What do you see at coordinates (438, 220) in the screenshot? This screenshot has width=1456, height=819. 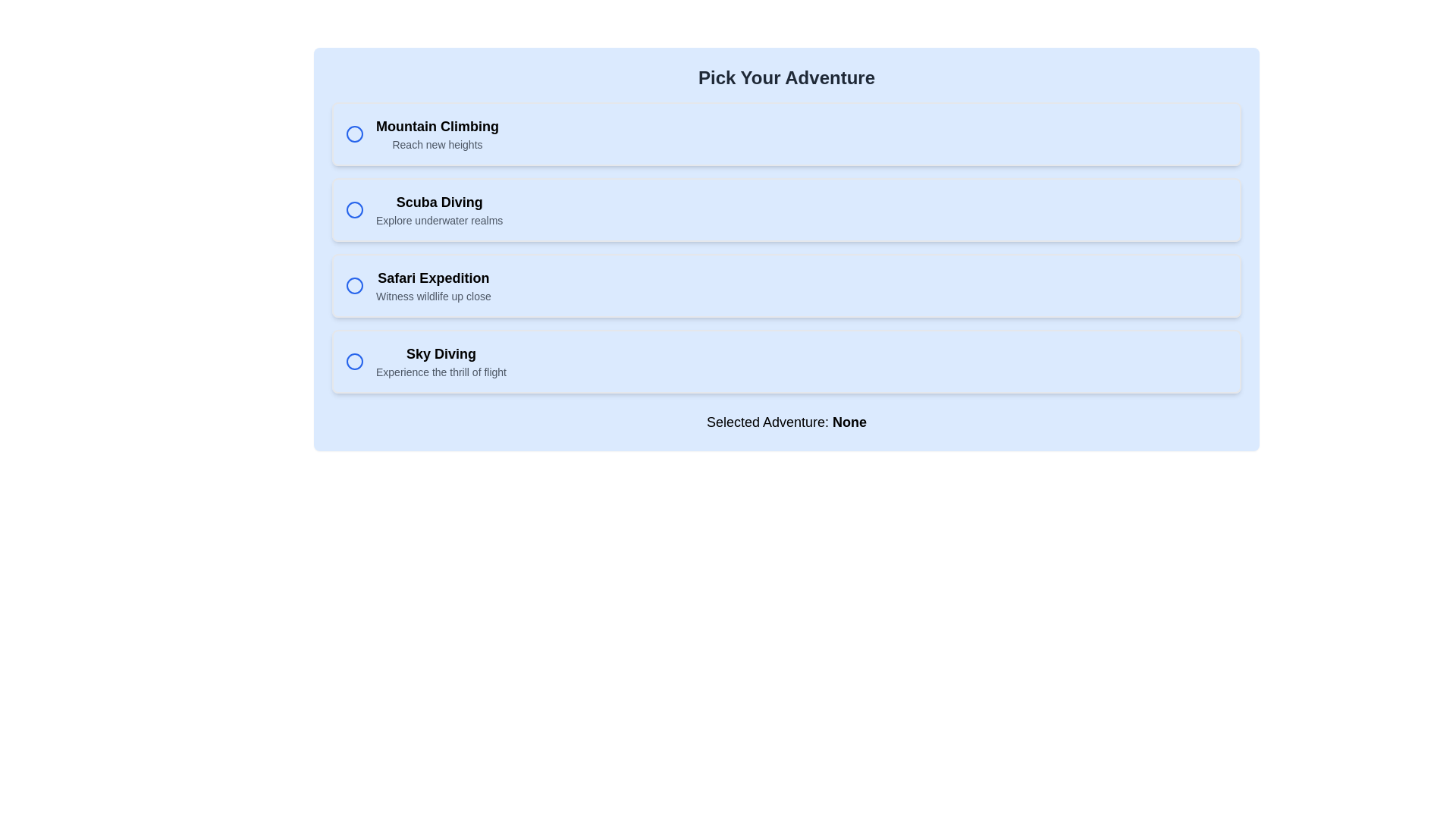 I see `the text label 'Explore underwater realms' which is styled in gray and positioned below 'Scuba Diving' in the selection menu` at bounding box center [438, 220].